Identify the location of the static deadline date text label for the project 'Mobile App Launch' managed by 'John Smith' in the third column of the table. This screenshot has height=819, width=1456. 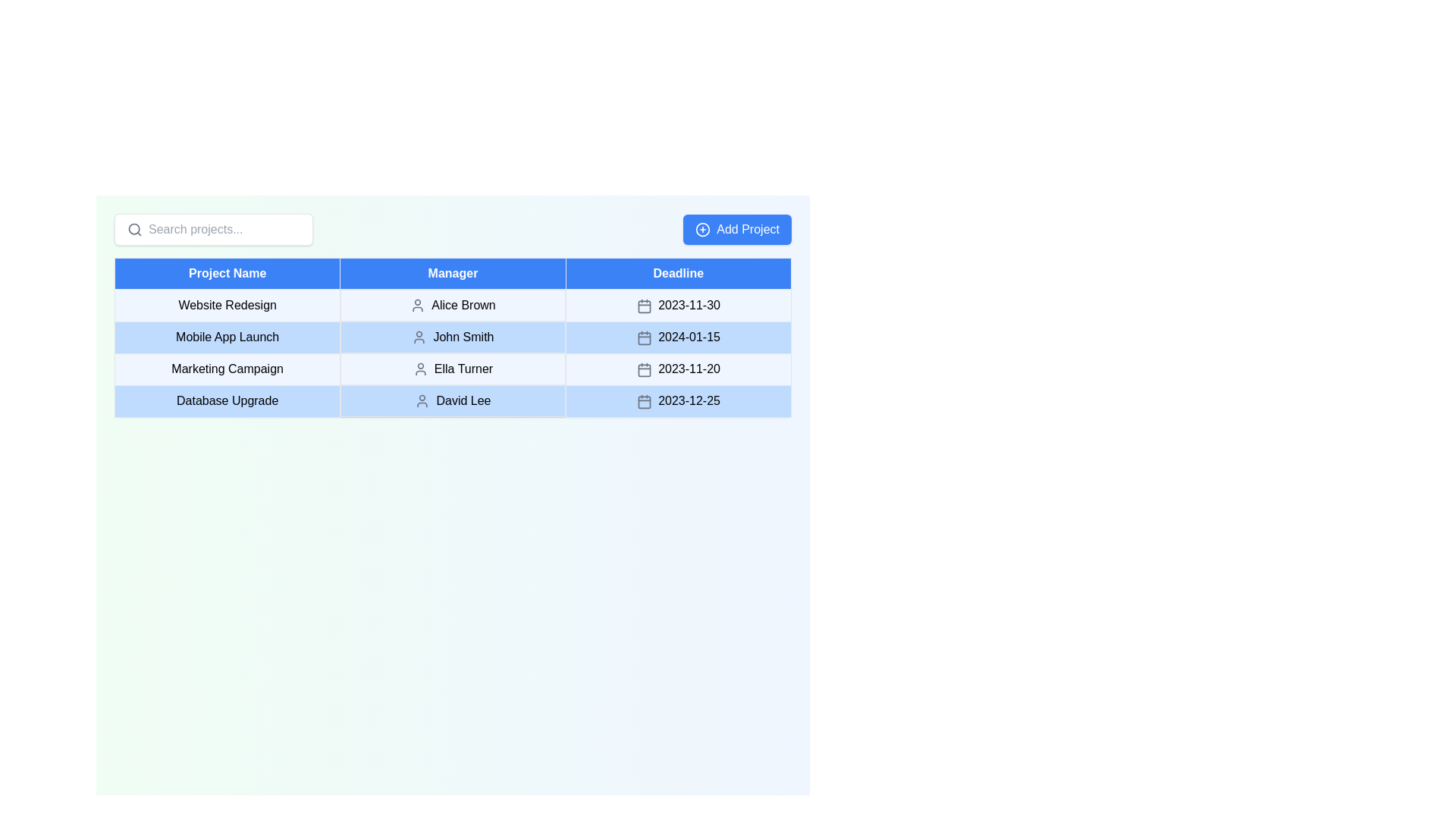
(677, 336).